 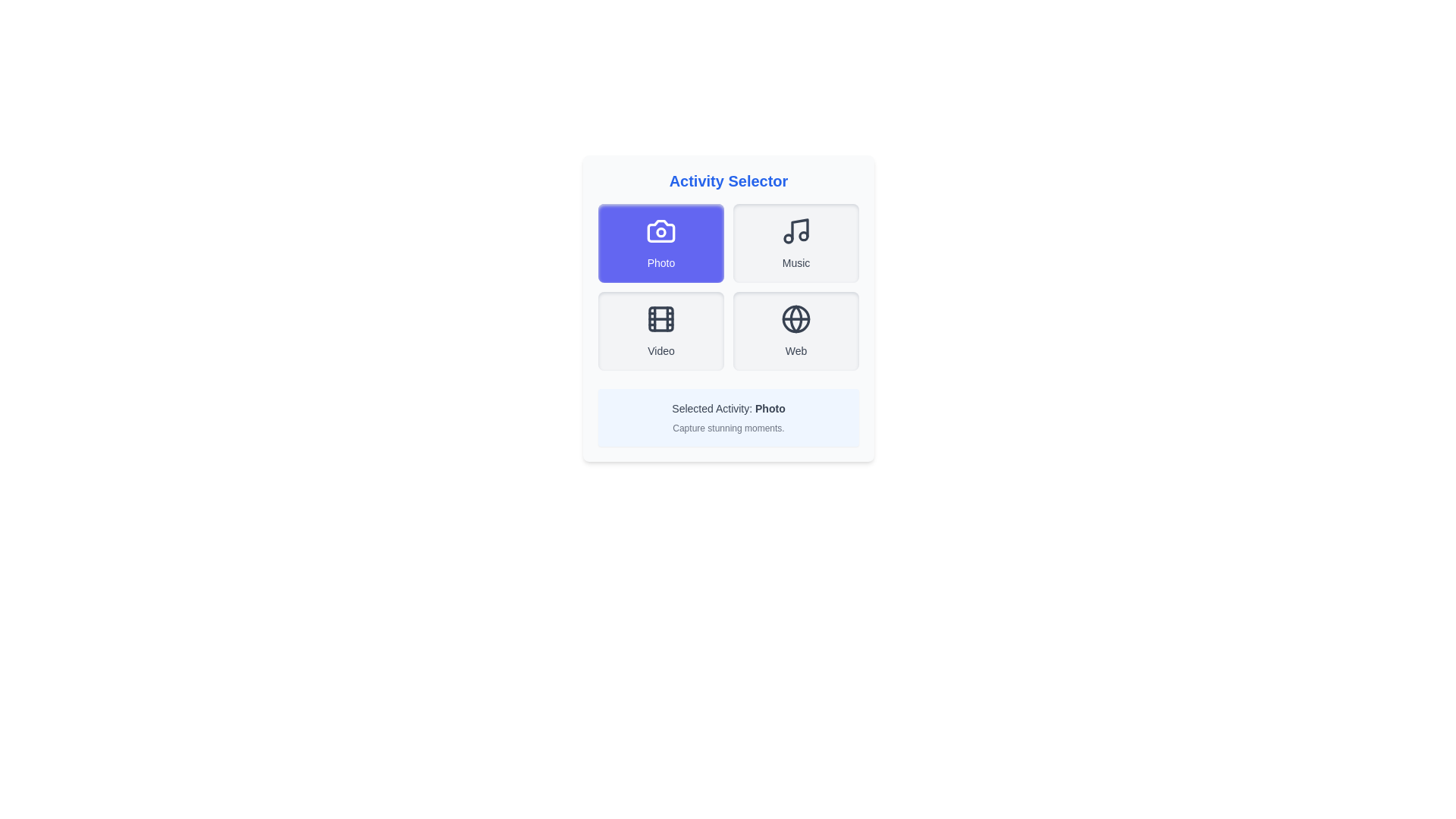 What do you see at coordinates (728, 428) in the screenshot?
I see `the text element displaying 'Capture stunning moments.' which is styled with small gray text and is centrally aligned below the selected activity section` at bounding box center [728, 428].